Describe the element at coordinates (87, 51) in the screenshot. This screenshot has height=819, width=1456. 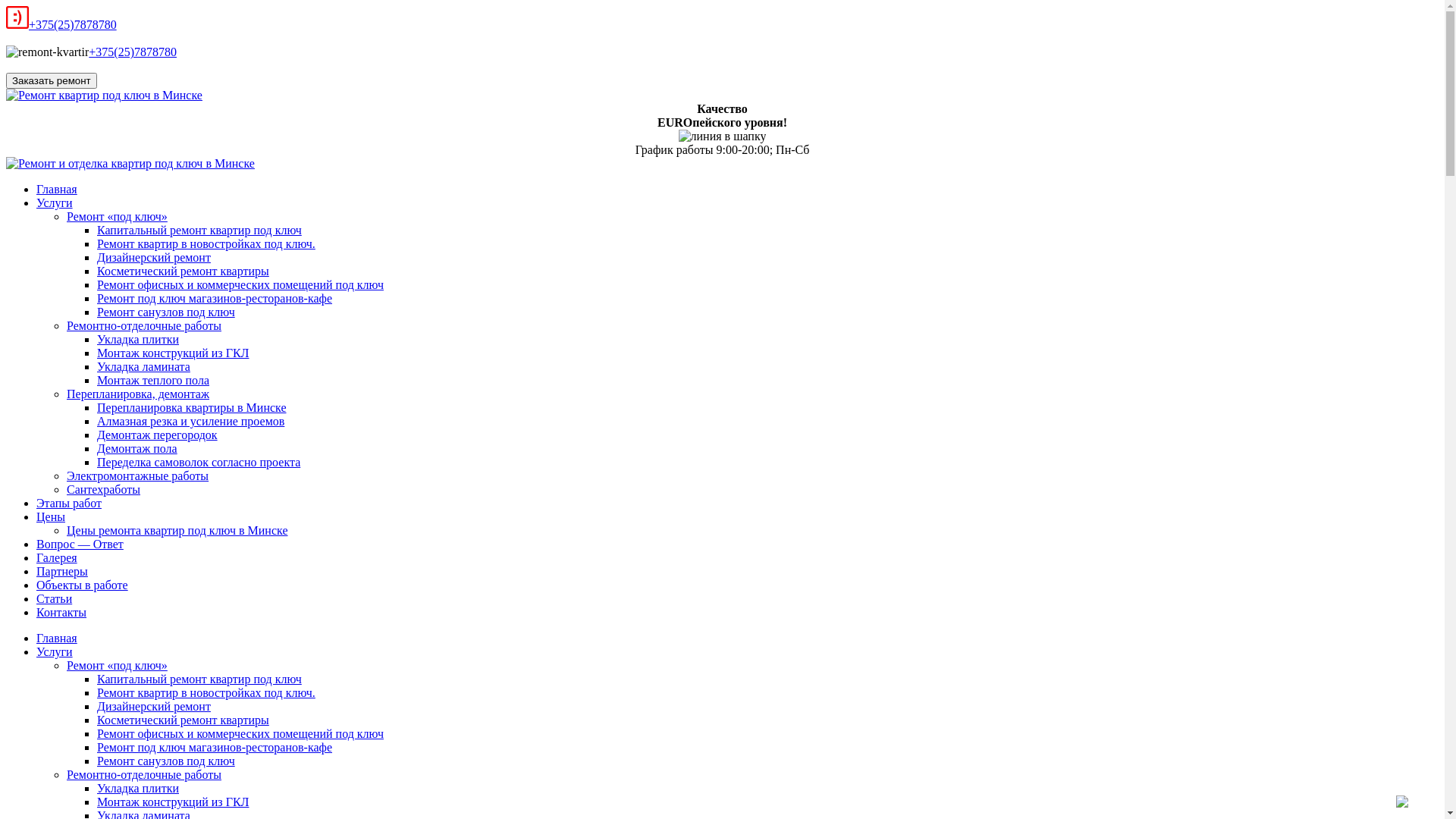
I see `'+375(25)7878780'` at that location.